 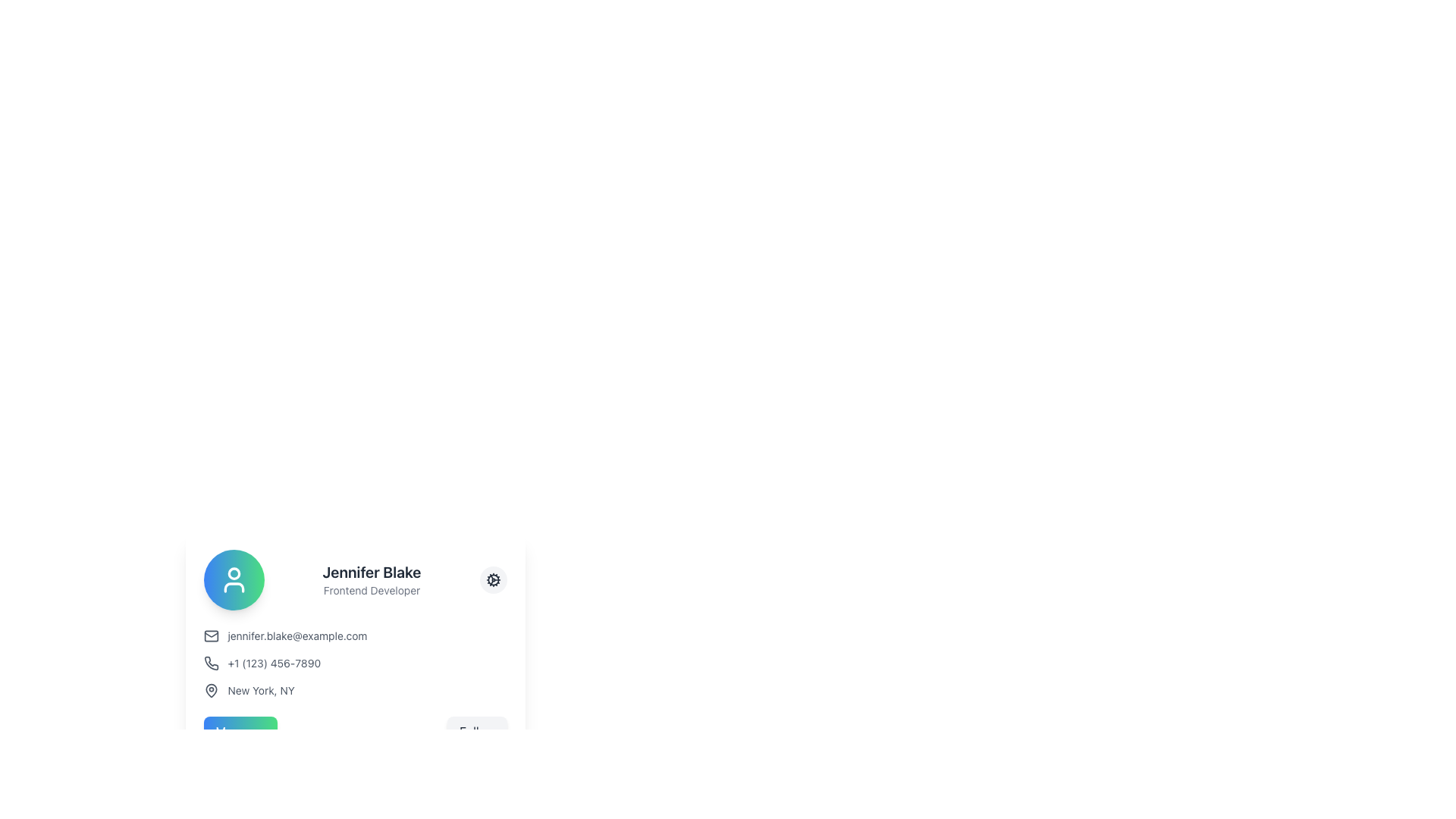 I want to click on the user profile SVG icon located in the upper-left corner of the card layout, so click(x=233, y=579).